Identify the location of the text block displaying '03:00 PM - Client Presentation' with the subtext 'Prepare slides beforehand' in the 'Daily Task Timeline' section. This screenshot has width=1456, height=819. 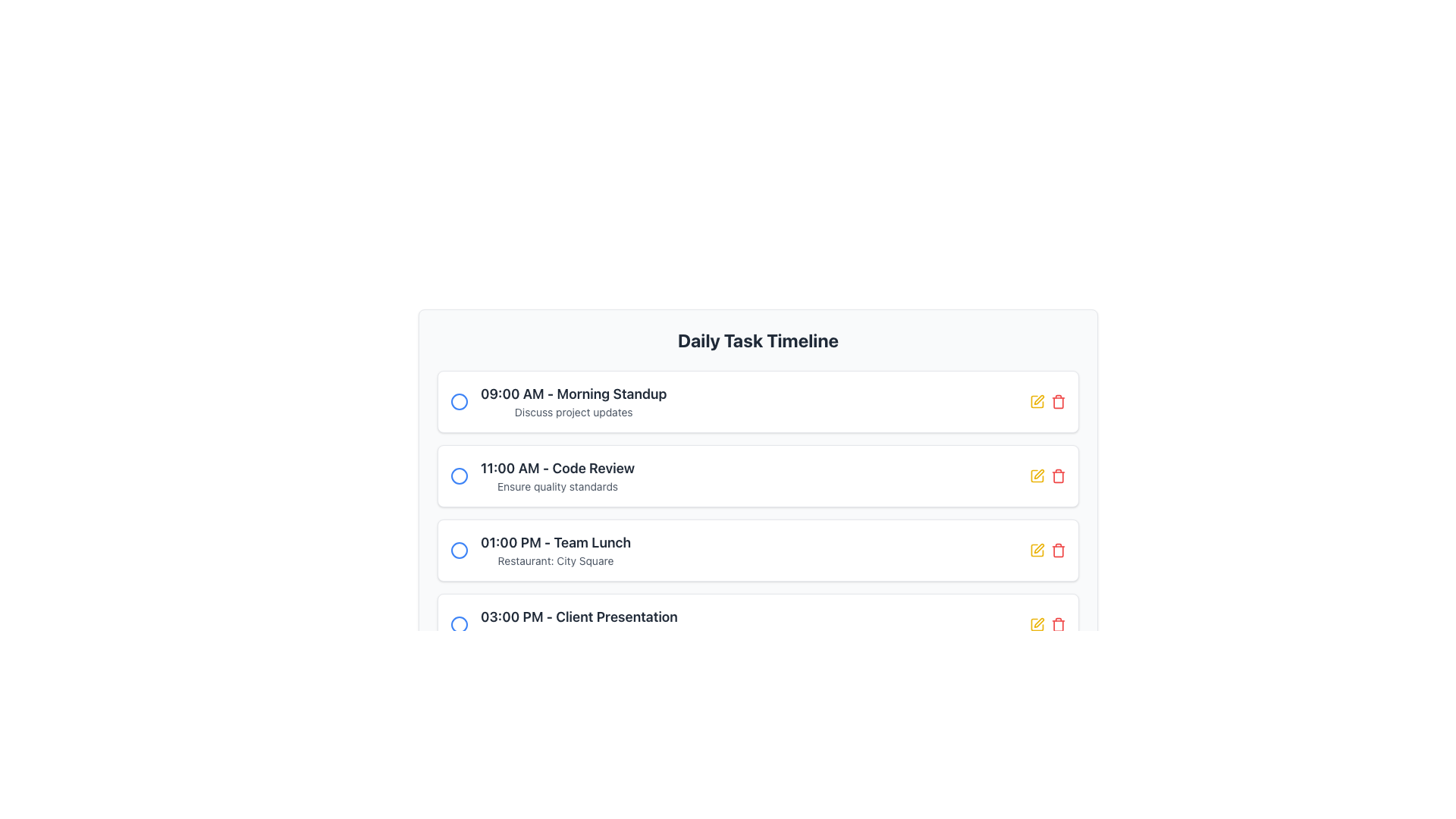
(578, 625).